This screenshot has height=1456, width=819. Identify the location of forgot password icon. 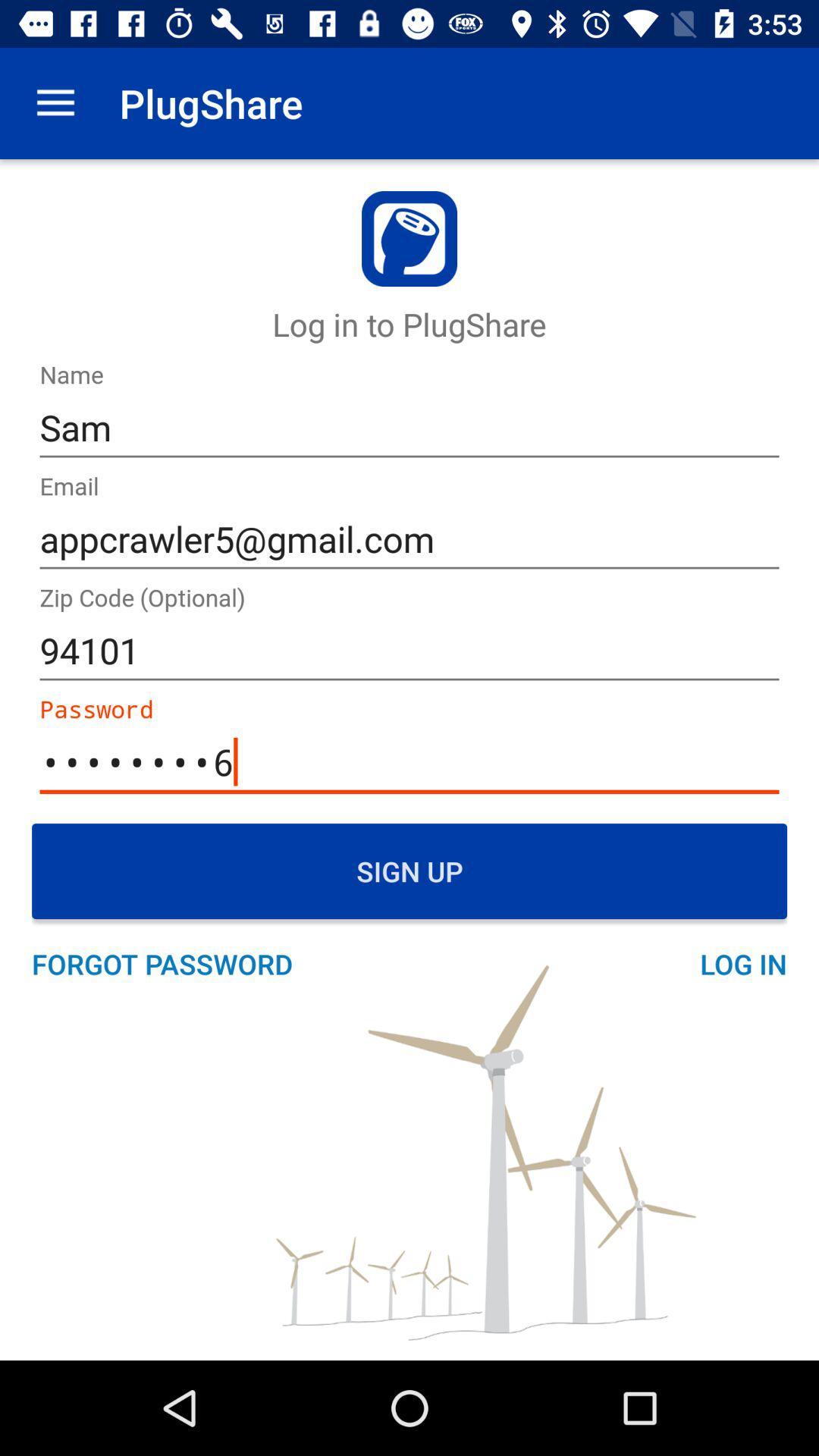
(170, 963).